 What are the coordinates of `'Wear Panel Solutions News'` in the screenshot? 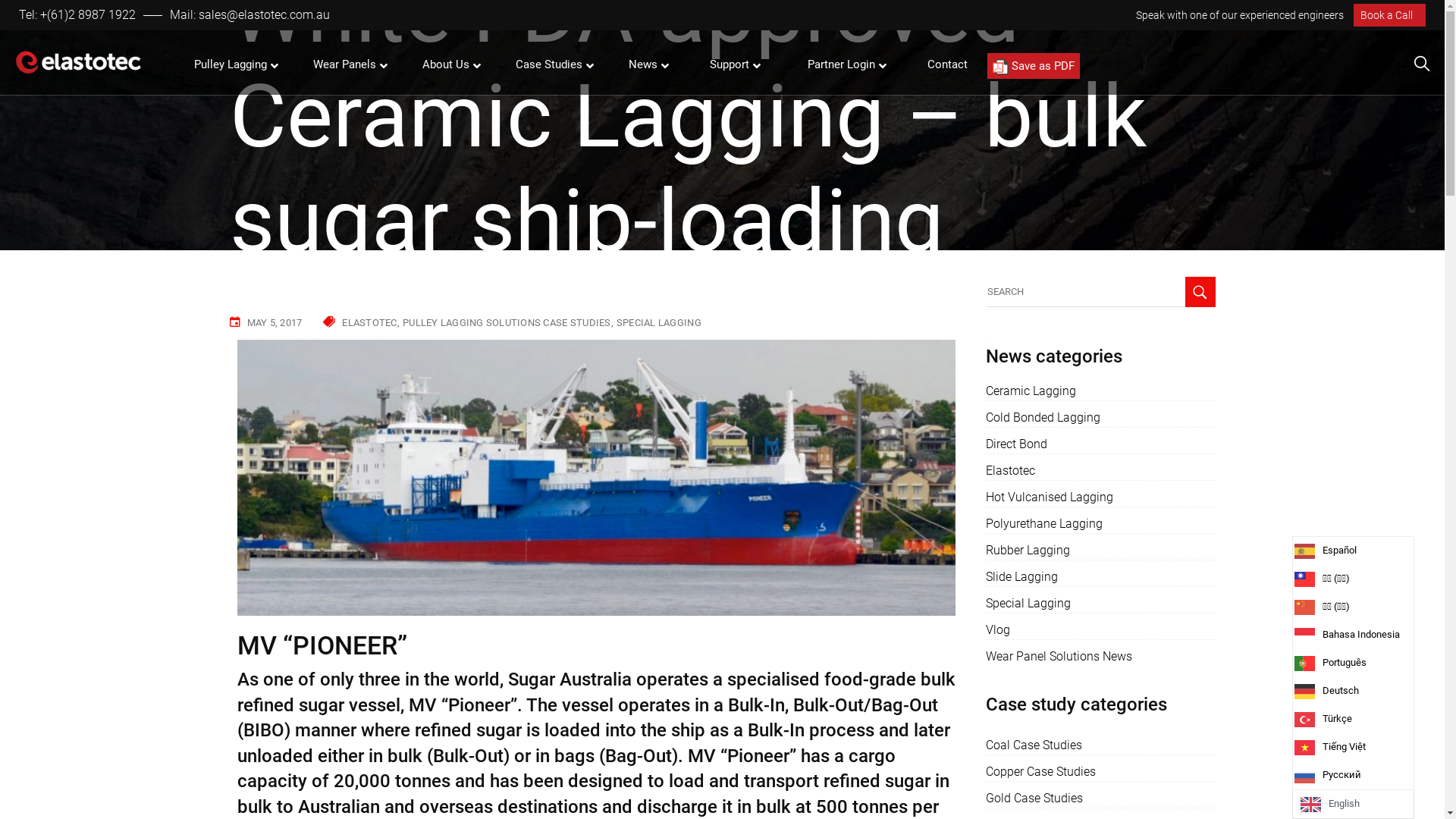 It's located at (1058, 656).